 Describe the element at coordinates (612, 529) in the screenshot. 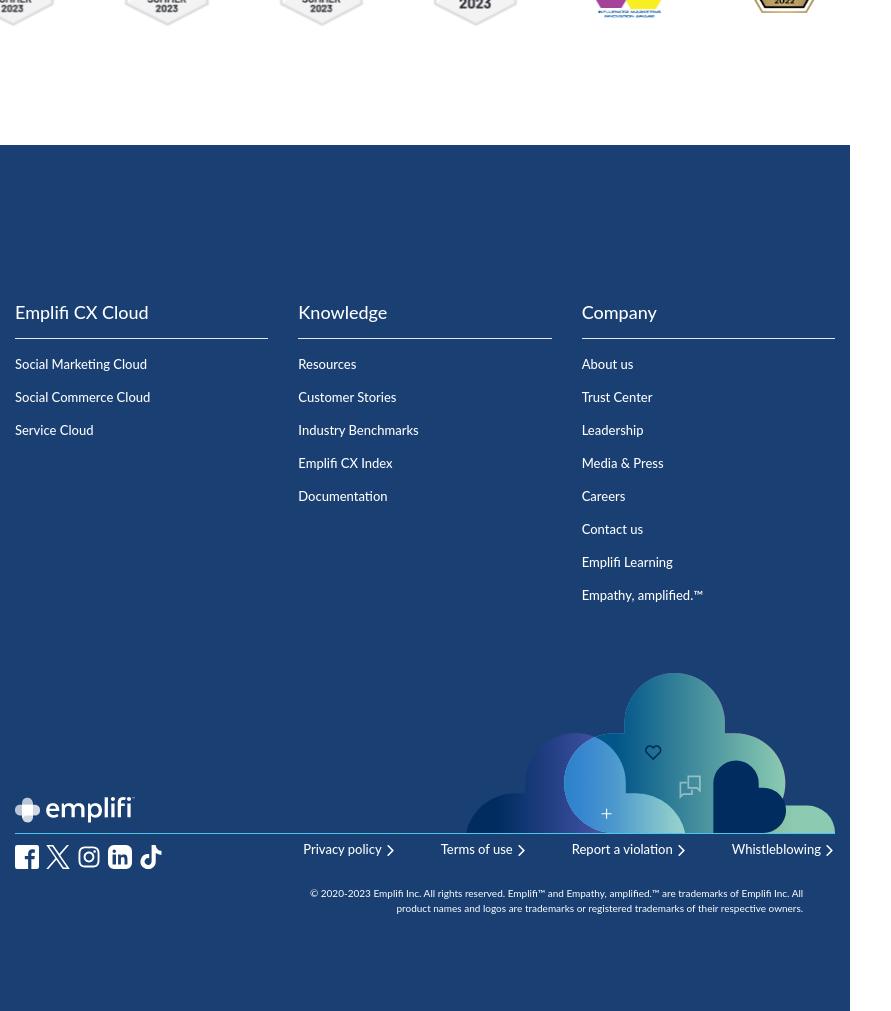

I see `'Contact us'` at that location.